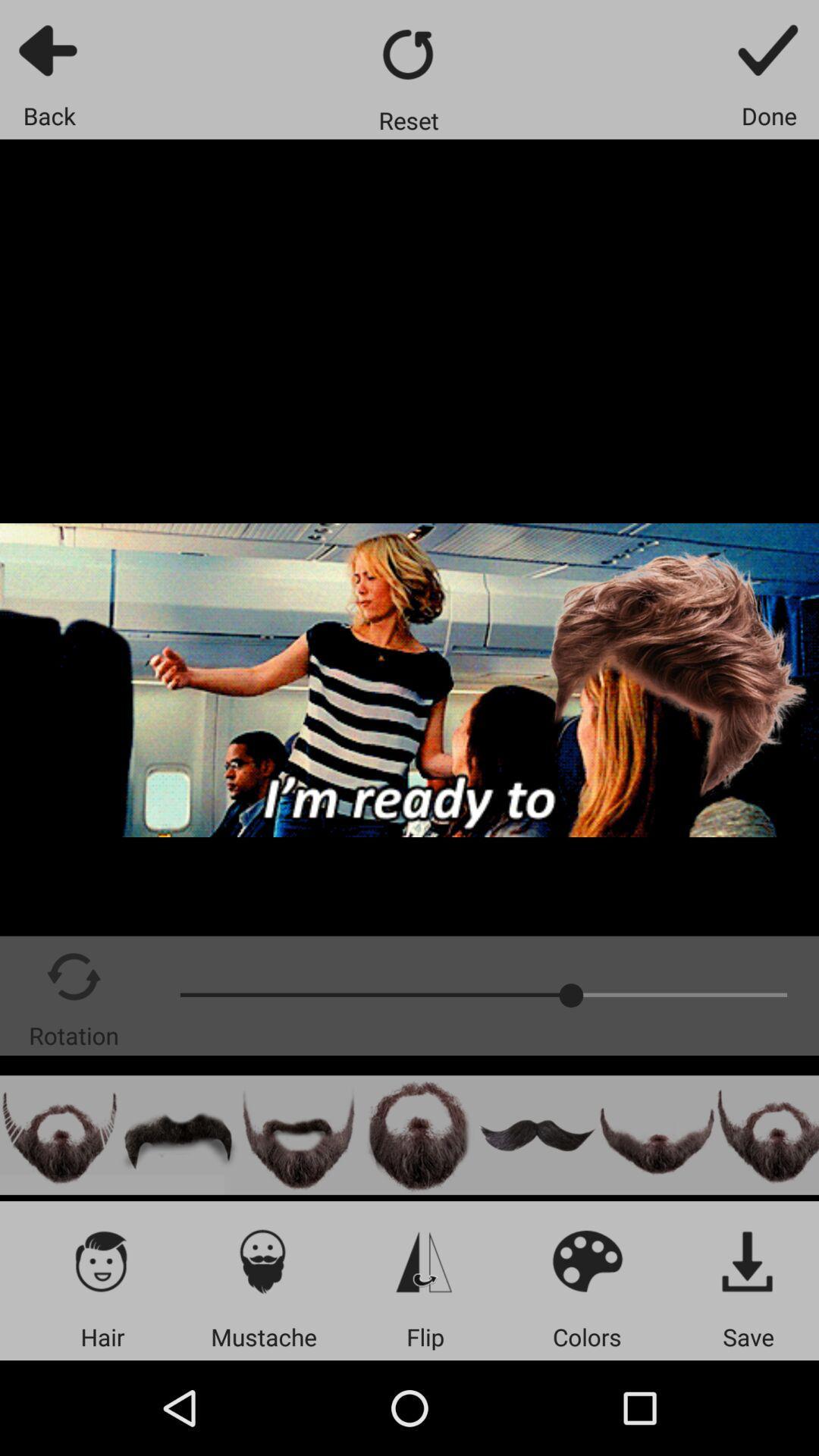 The width and height of the screenshot is (819, 1456). What do you see at coordinates (102, 1260) in the screenshot?
I see `change hair option` at bounding box center [102, 1260].